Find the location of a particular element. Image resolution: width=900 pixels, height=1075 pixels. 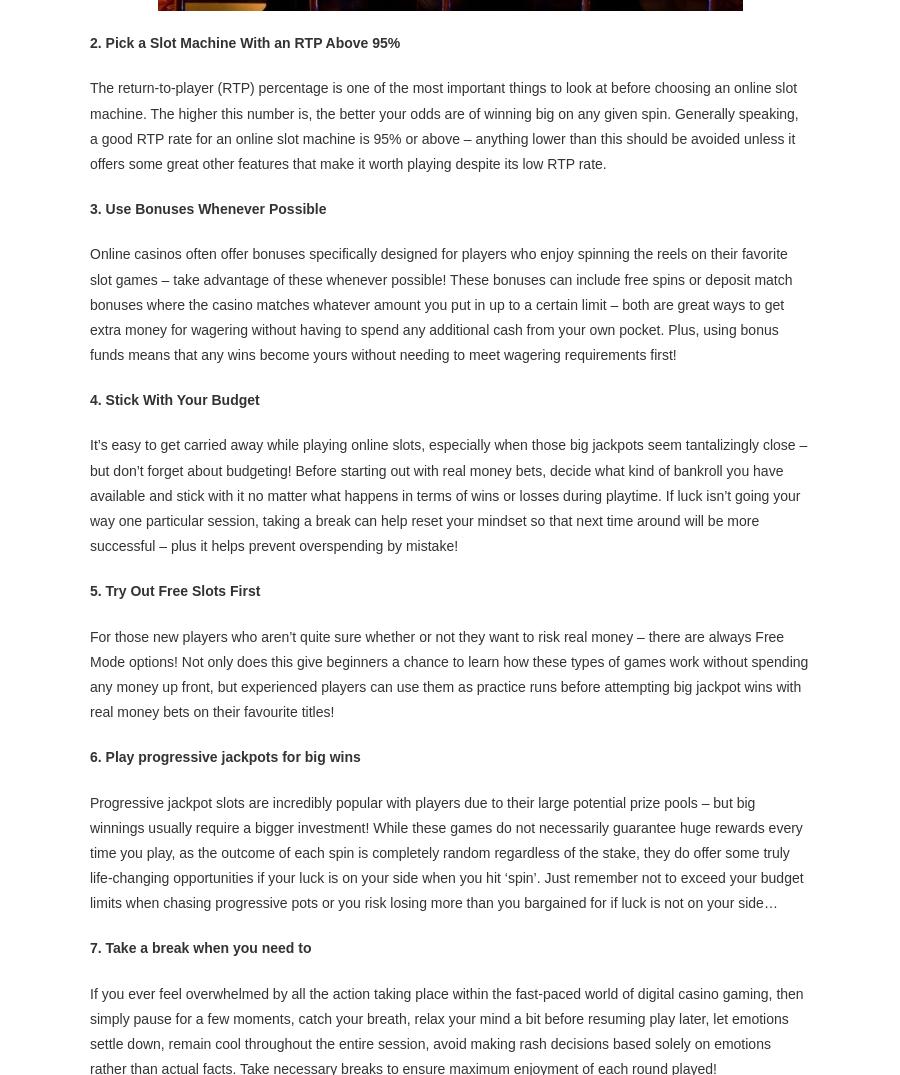

'4. Stick With Your Budget' is located at coordinates (174, 399).